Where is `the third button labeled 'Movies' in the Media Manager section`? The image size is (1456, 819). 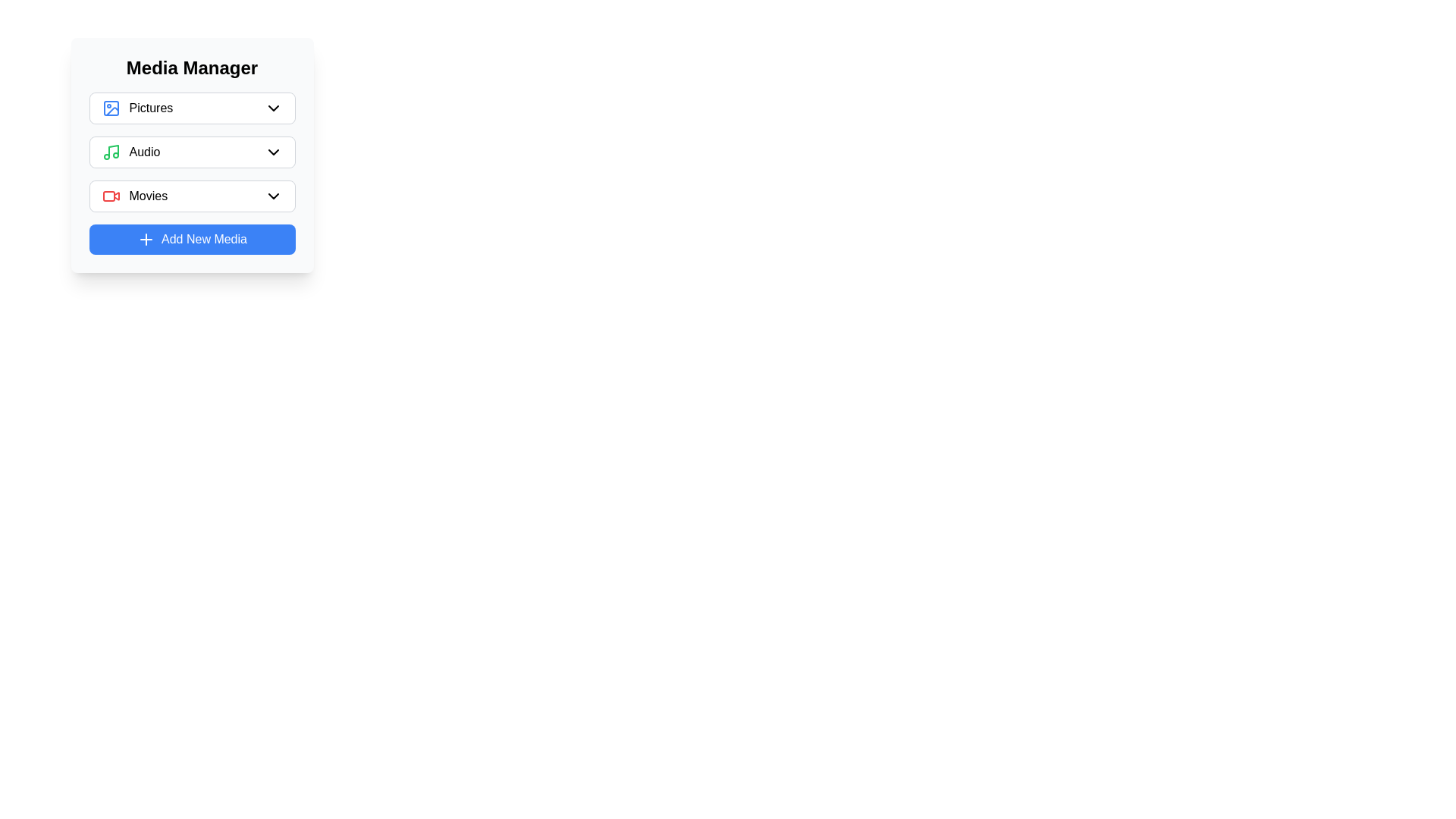
the third button labeled 'Movies' in the Media Manager section is located at coordinates (191, 195).